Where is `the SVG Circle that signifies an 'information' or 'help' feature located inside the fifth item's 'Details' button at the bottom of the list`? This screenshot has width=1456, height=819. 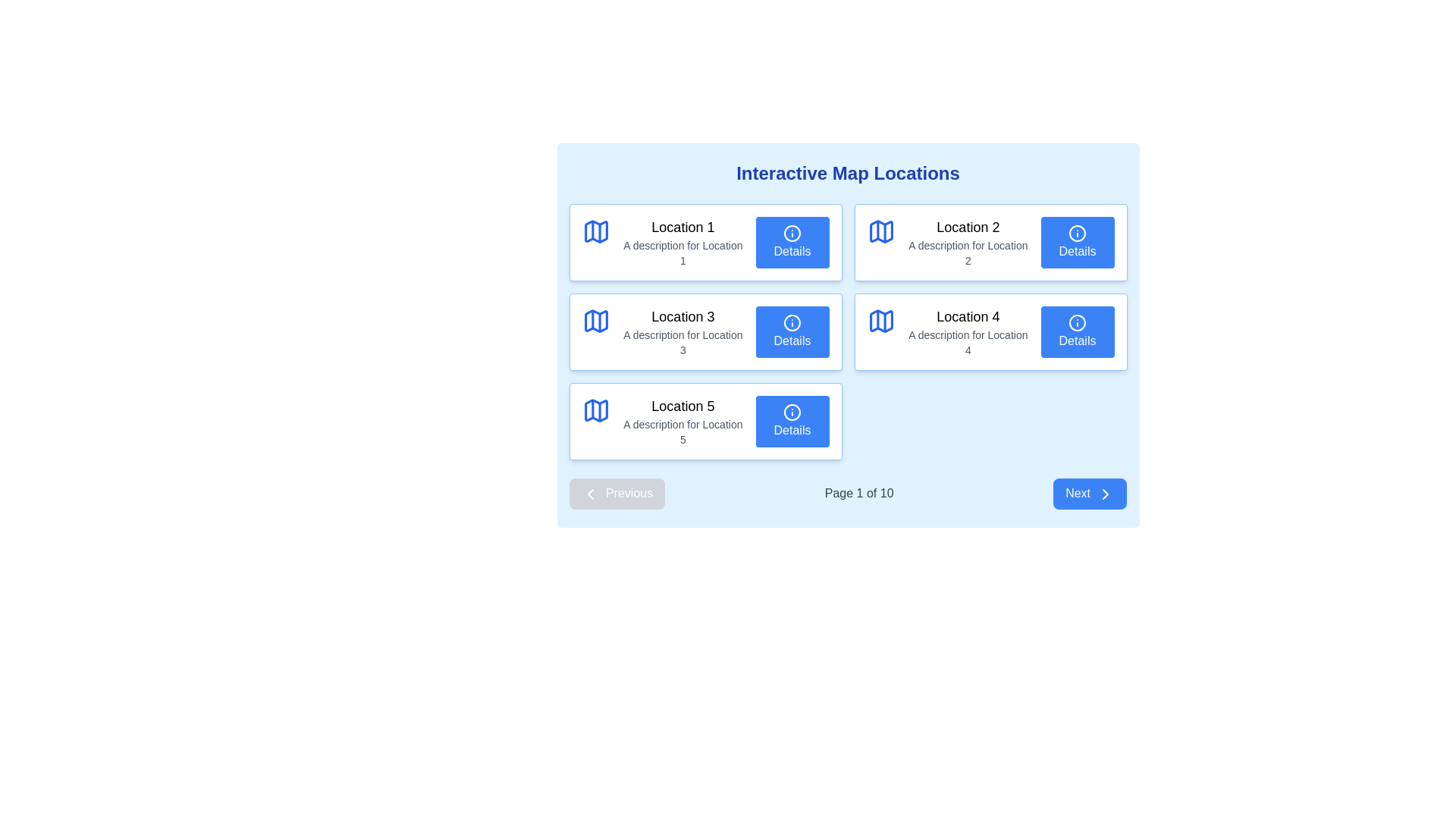
the SVG Circle that signifies an 'information' or 'help' feature located inside the fifth item's 'Details' button at the bottom of the list is located at coordinates (792, 413).